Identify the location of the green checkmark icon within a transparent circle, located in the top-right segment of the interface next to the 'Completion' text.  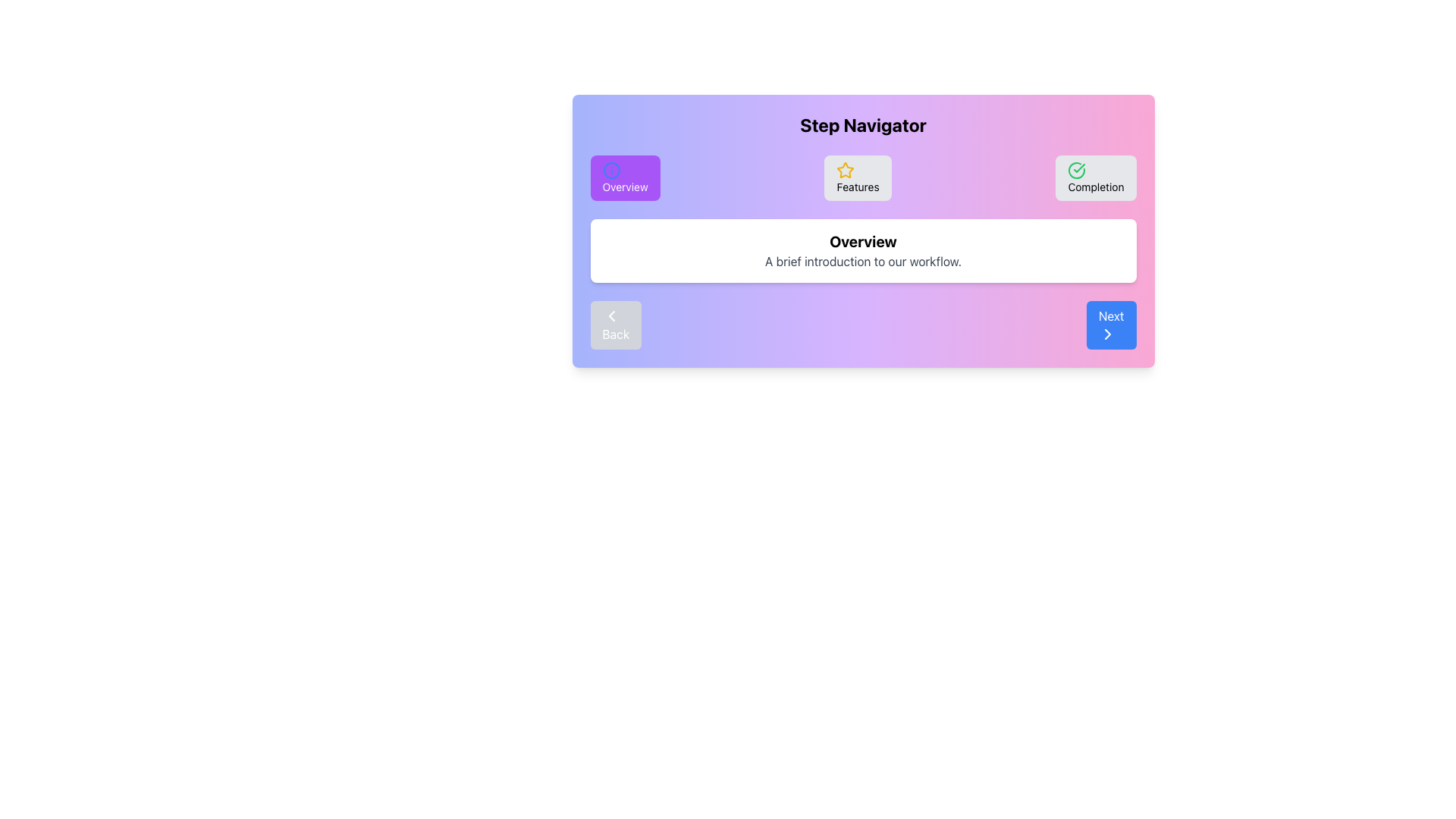
(1076, 170).